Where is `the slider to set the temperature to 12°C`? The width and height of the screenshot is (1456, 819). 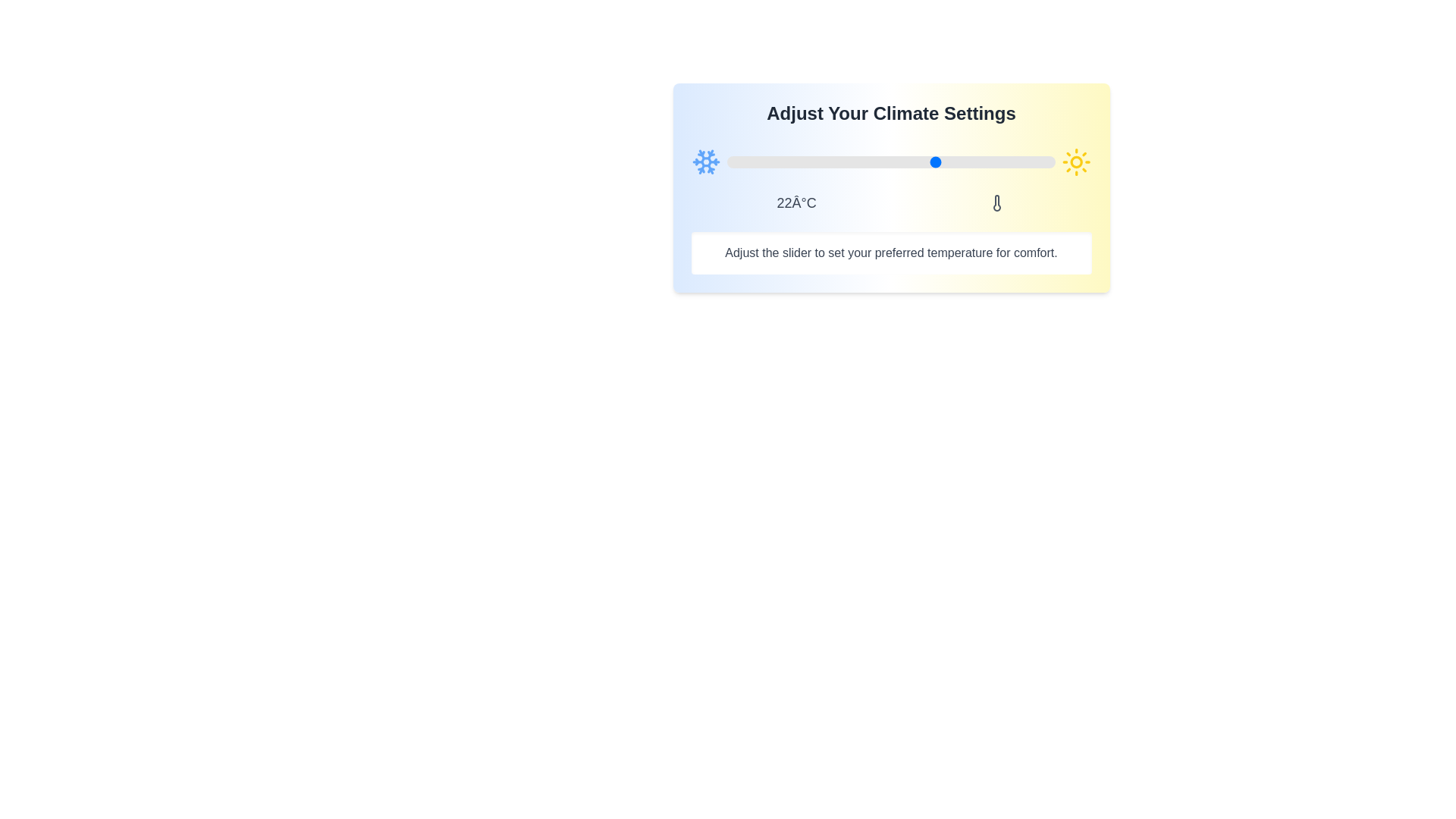 the slider to set the temperature to 12°C is located at coordinates (871, 162).